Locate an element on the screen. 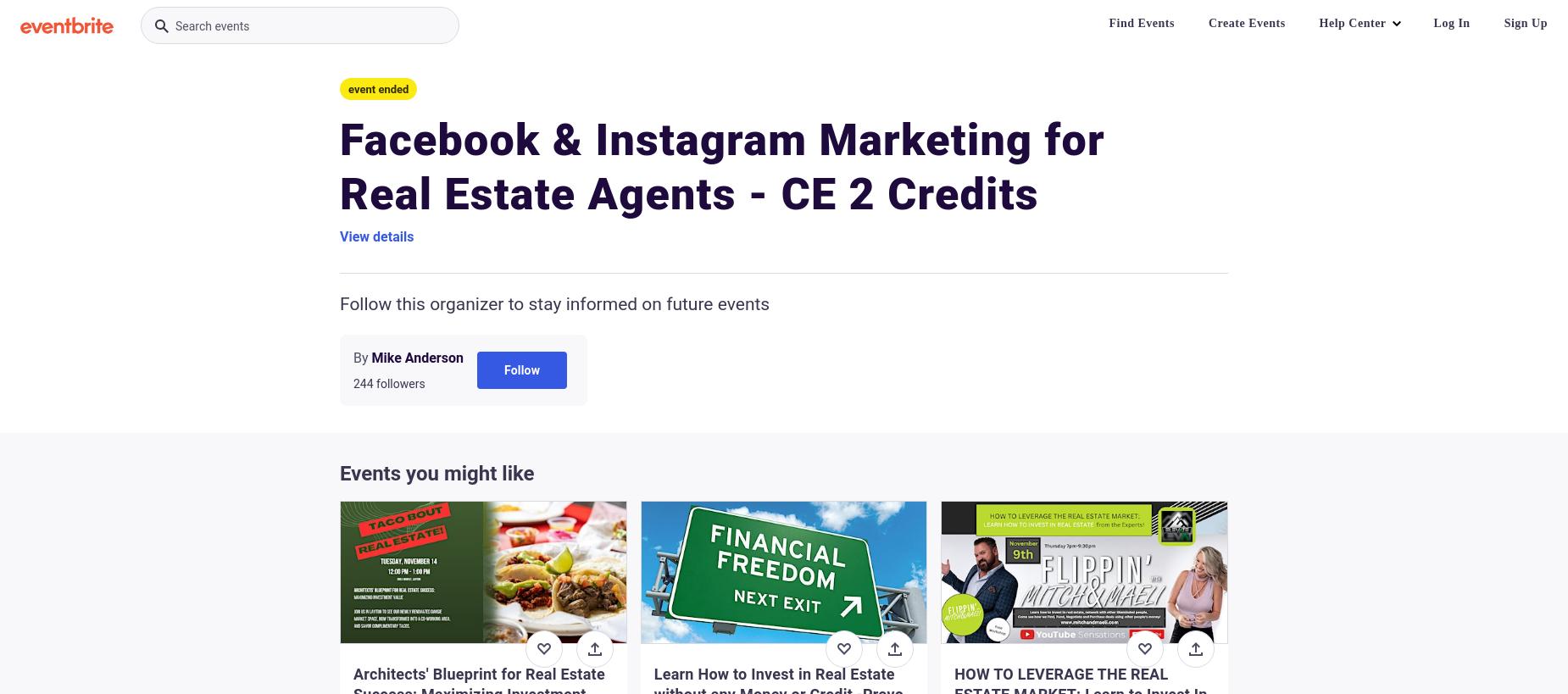  'Sign Up' is located at coordinates (1526, 22).